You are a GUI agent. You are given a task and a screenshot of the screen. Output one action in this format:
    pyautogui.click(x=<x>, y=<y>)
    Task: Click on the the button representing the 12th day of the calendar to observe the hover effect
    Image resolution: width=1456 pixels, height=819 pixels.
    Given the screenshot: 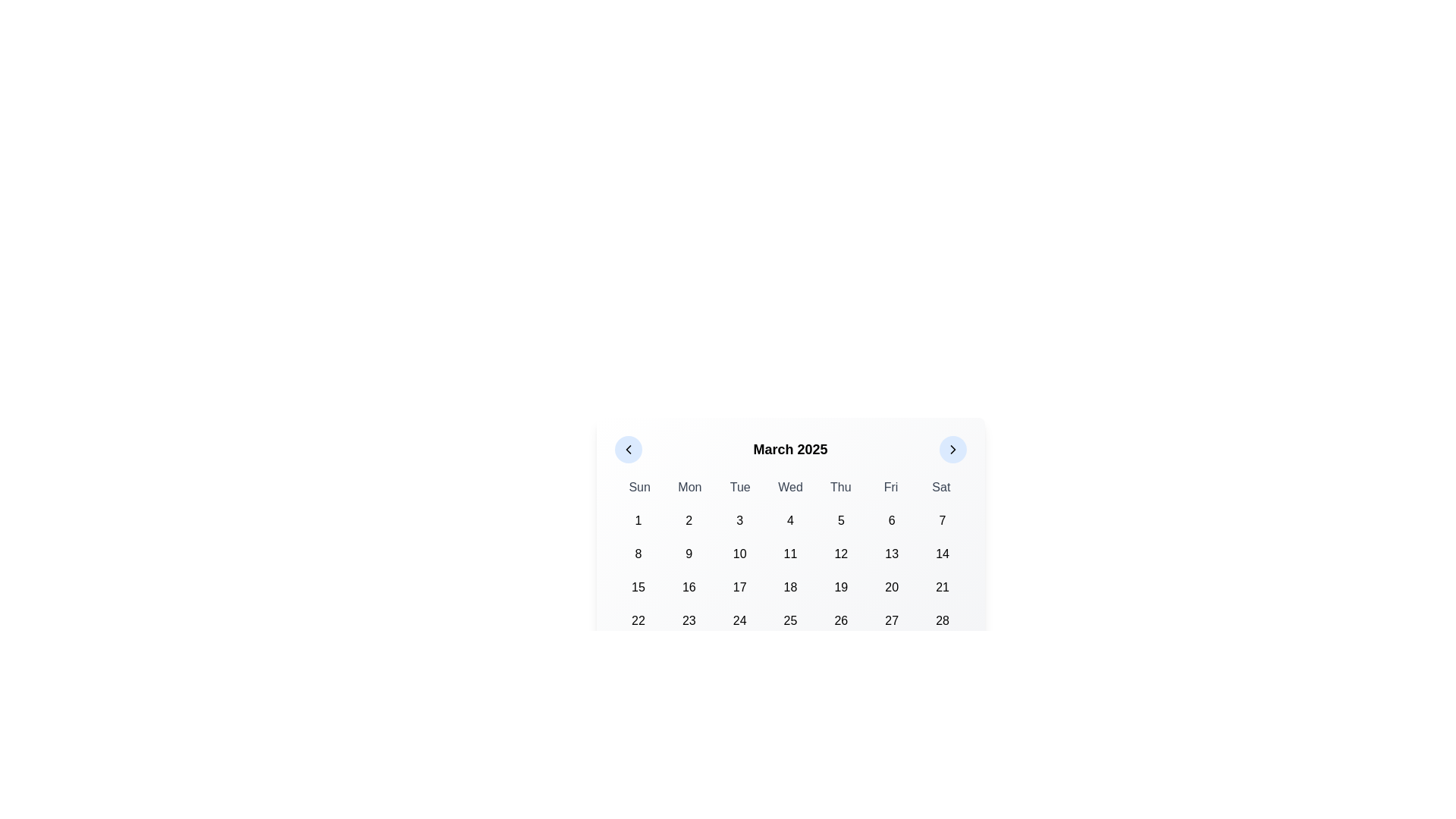 What is the action you would take?
    pyautogui.click(x=840, y=554)
    